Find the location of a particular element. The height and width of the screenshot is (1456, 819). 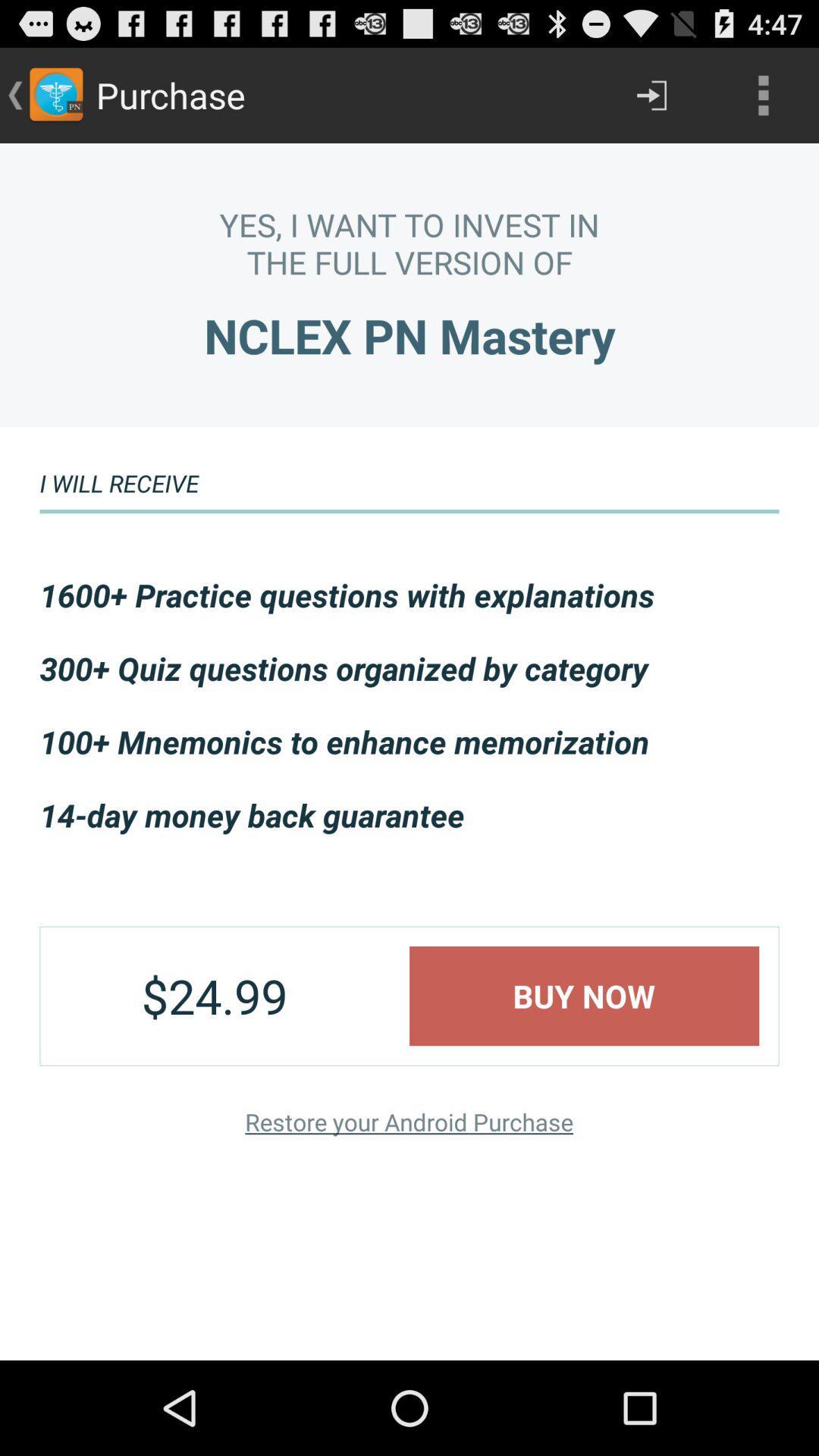

the app to the right of the purchase icon is located at coordinates (651, 94).